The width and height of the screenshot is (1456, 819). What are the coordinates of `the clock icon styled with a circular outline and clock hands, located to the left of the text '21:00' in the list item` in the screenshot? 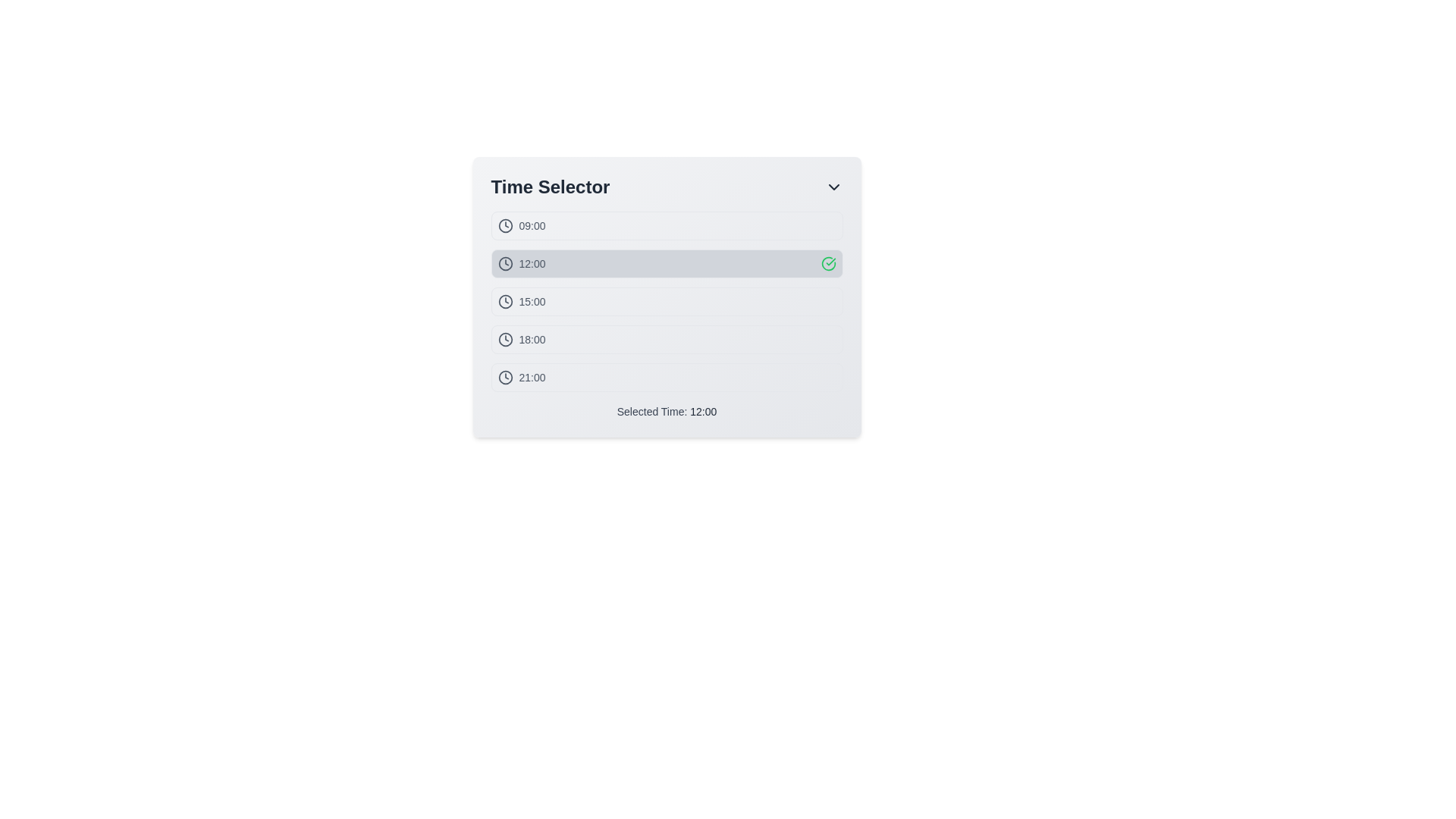 It's located at (505, 376).